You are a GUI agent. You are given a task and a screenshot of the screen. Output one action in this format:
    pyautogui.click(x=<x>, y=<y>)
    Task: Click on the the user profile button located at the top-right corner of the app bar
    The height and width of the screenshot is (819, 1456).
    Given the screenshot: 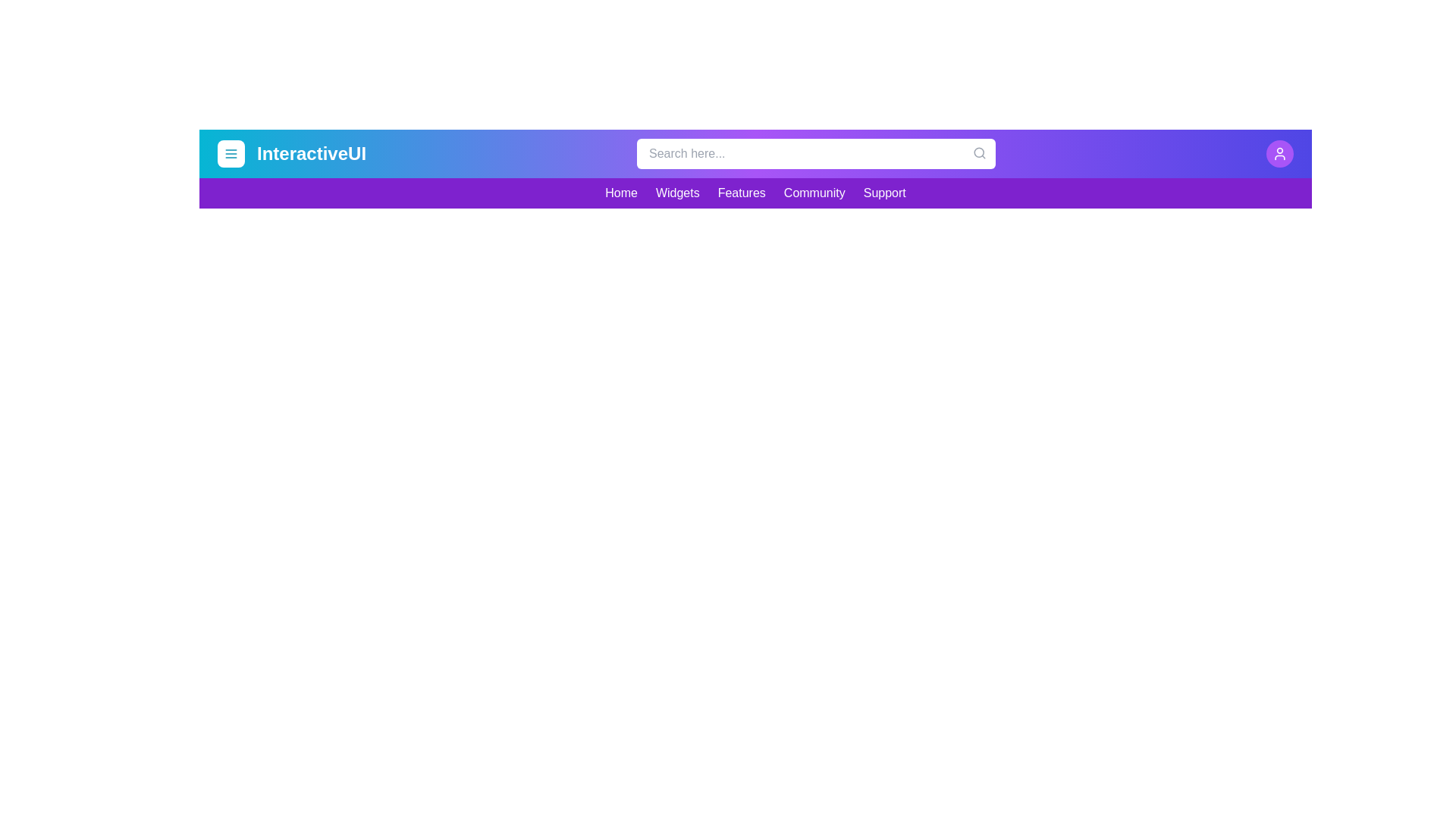 What is the action you would take?
    pyautogui.click(x=1279, y=154)
    